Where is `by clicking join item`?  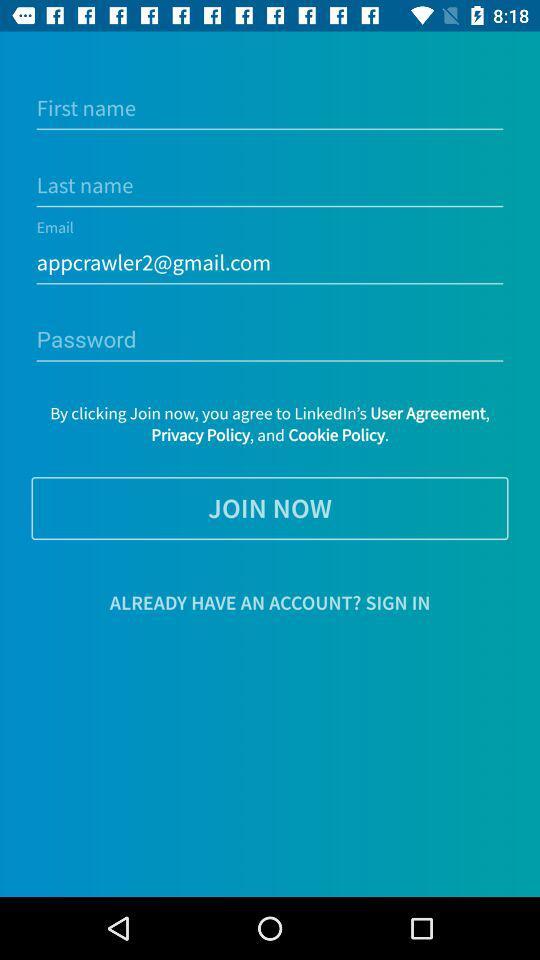 by clicking join item is located at coordinates (270, 424).